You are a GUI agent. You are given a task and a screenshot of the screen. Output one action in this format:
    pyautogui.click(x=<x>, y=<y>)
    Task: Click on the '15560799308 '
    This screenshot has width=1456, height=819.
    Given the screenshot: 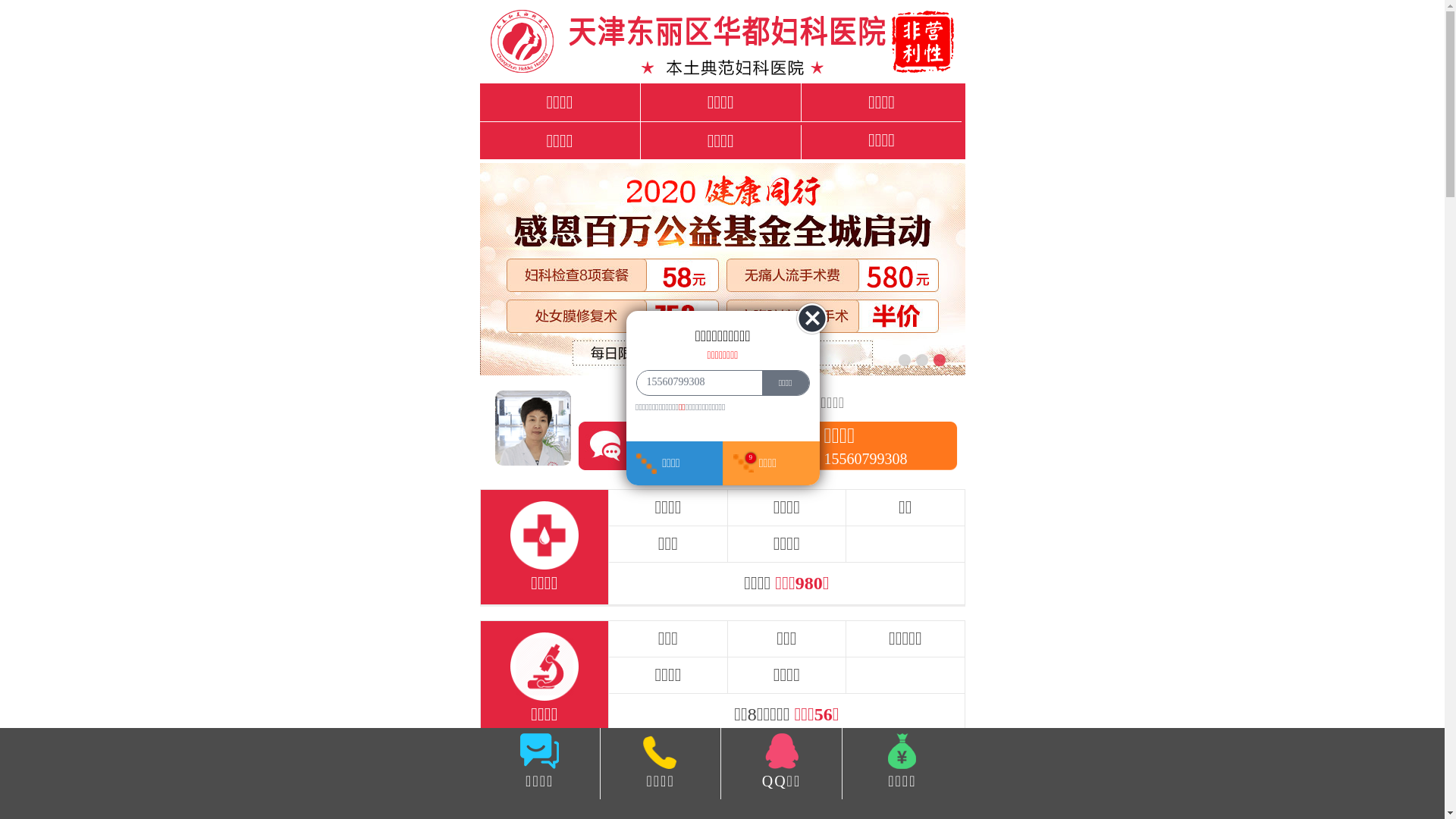 What is the action you would take?
    pyautogui.click(x=695, y=381)
    